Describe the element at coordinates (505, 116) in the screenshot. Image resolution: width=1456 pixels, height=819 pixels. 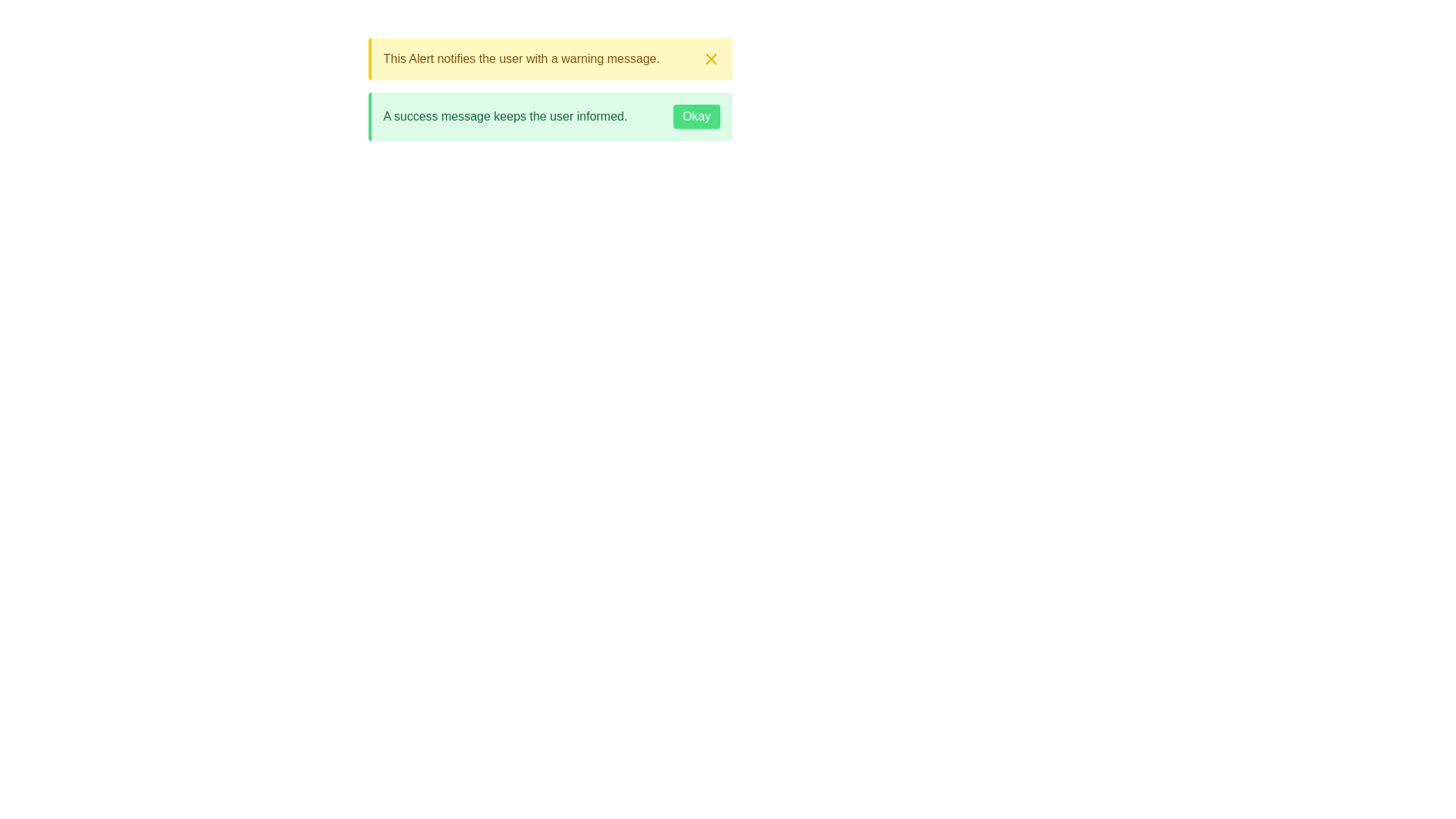
I see `success message from the text label located in the green alert box, which is positioned to the left of the 'Okay' button` at that location.